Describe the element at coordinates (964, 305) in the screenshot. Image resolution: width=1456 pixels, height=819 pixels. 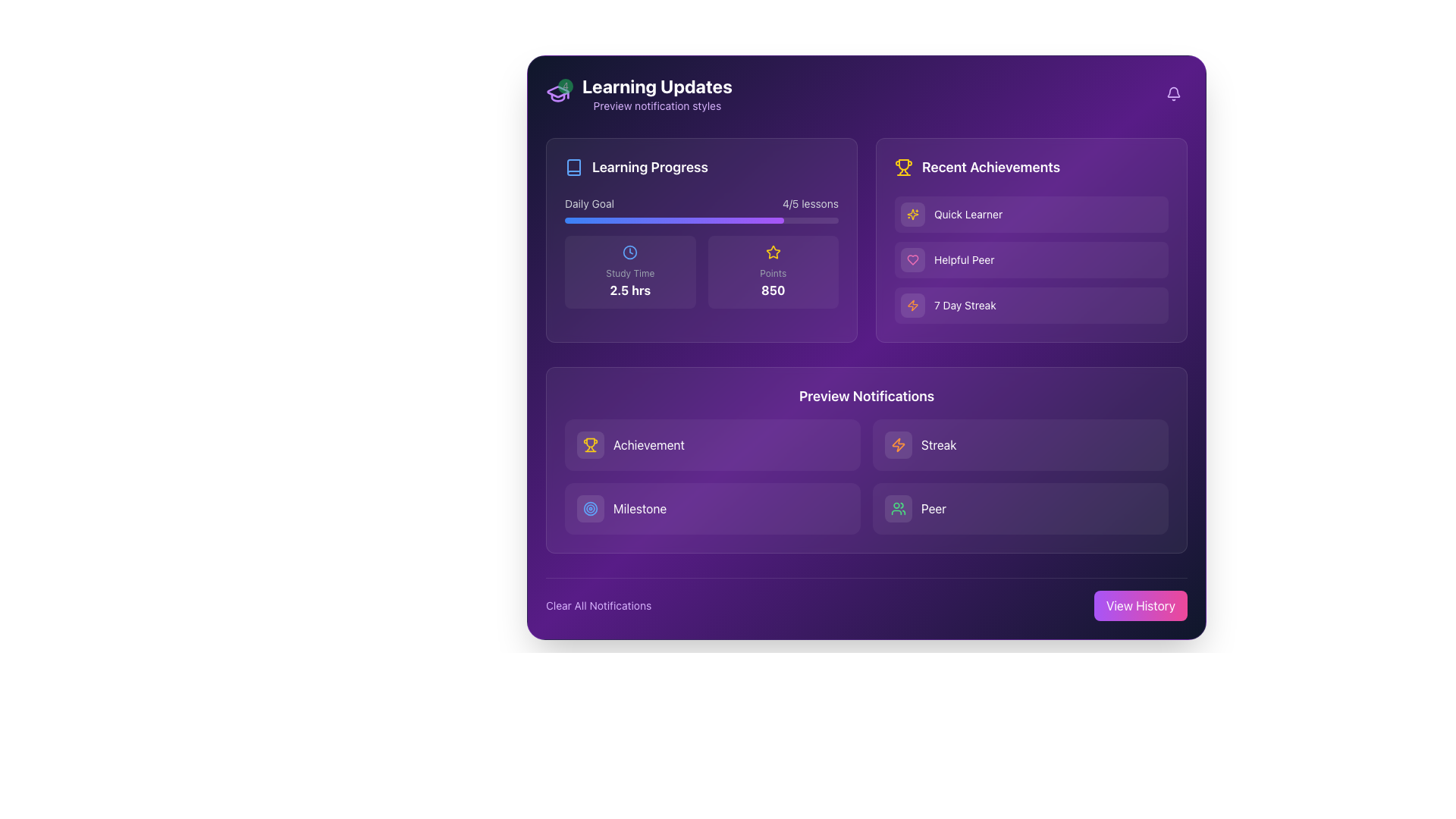
I see `the non-interactive Text display indicating a user's streak achievement of seven days located in the 'Recent Achievements' section, which is the last item in its group` at that location.